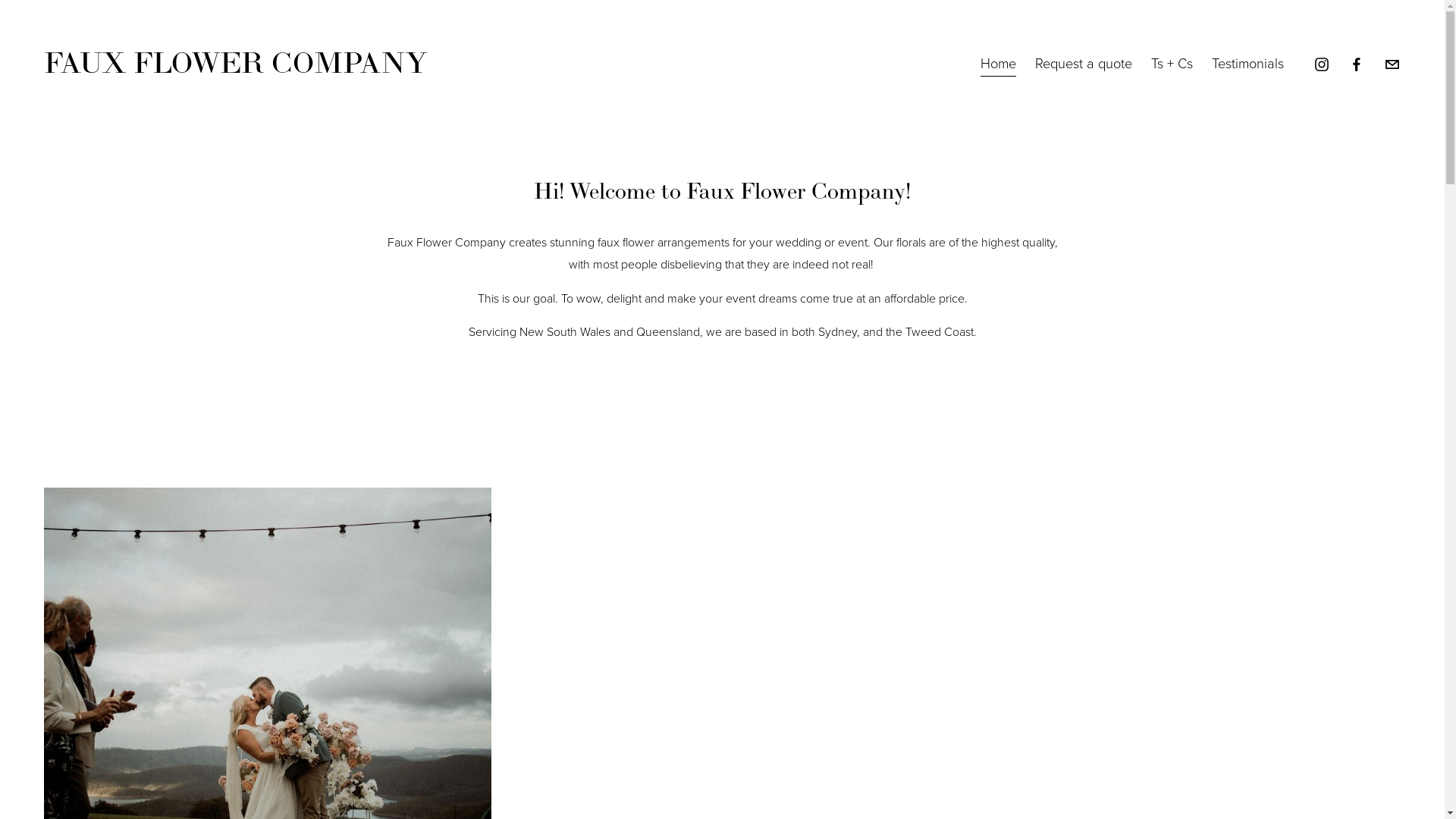 This screenshot has width=1456, height=819. What do you see at coordinates (1034, 64) in the screenshot?
I see `'Request a quote'` at bounding box center [1034, 64].